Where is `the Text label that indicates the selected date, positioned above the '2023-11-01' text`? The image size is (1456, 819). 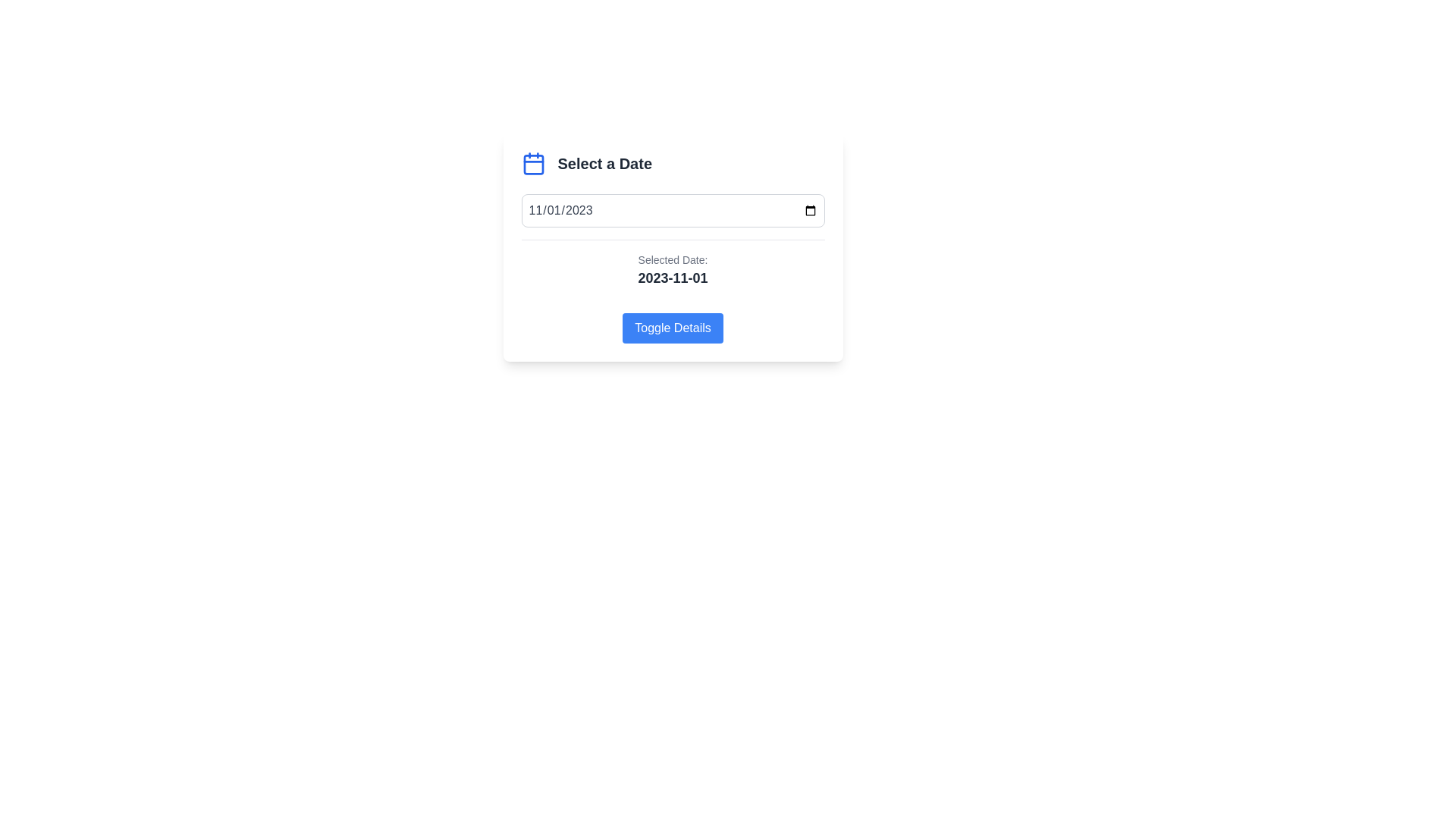 the Text label that indicates the selected date, positioned above the '2023-11-01' text is located at coordinates (672, 259).